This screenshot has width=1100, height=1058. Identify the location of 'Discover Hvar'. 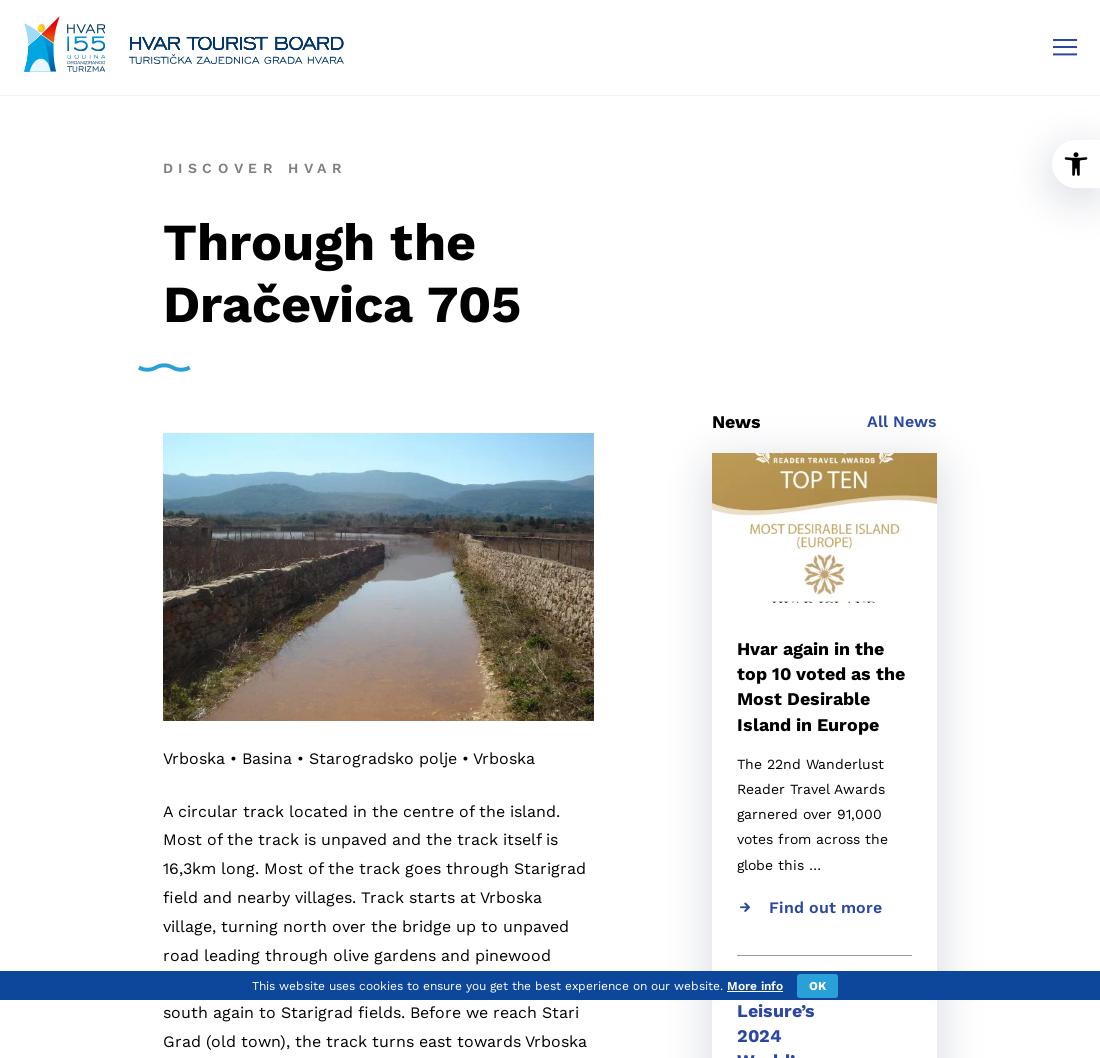
(254, 165).